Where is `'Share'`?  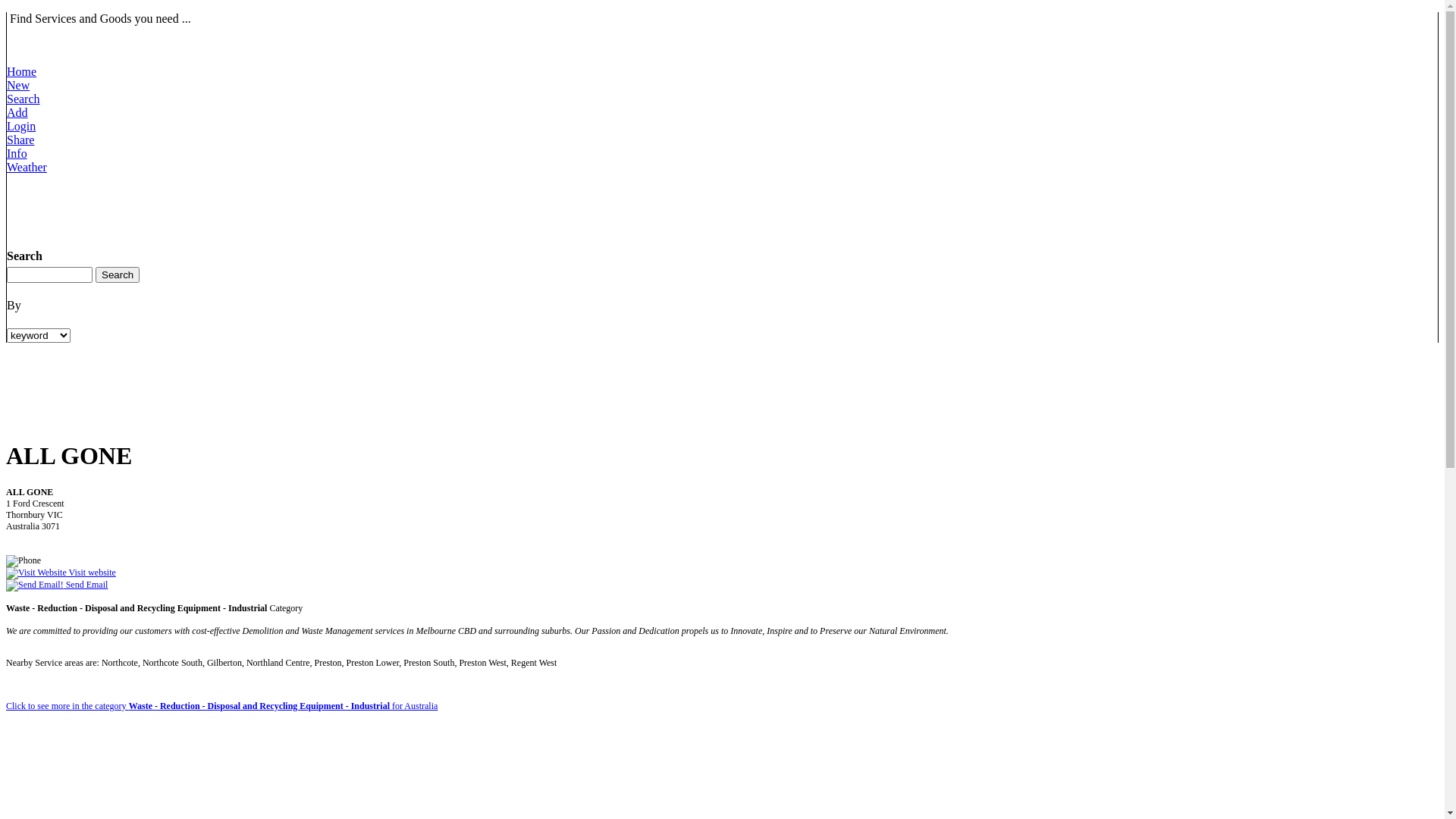
'Share' is located at coordinates (7, 146).